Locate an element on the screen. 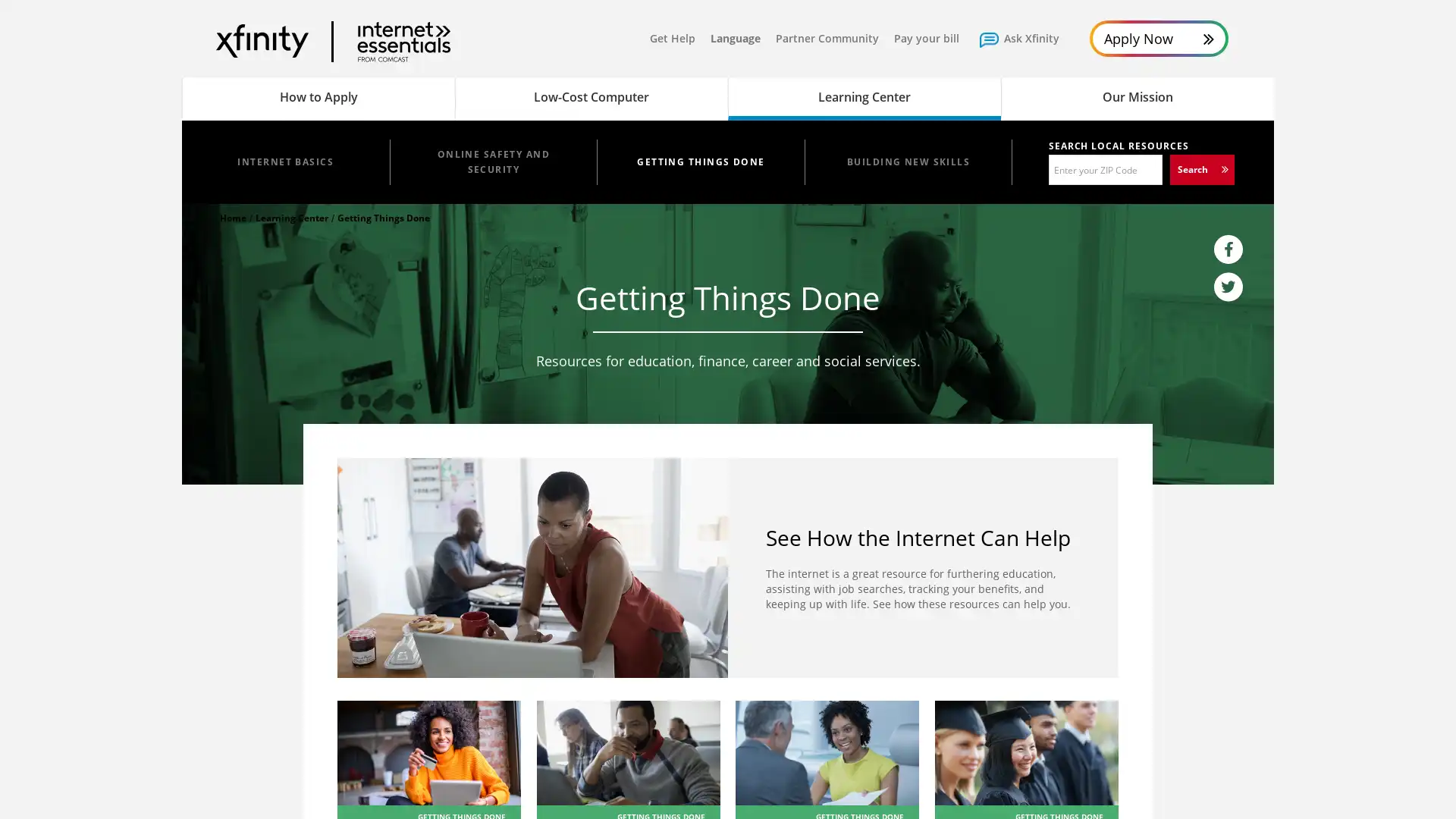 This screenshot has width=1456, height=819. Search is located at coordinates (1200, 167).